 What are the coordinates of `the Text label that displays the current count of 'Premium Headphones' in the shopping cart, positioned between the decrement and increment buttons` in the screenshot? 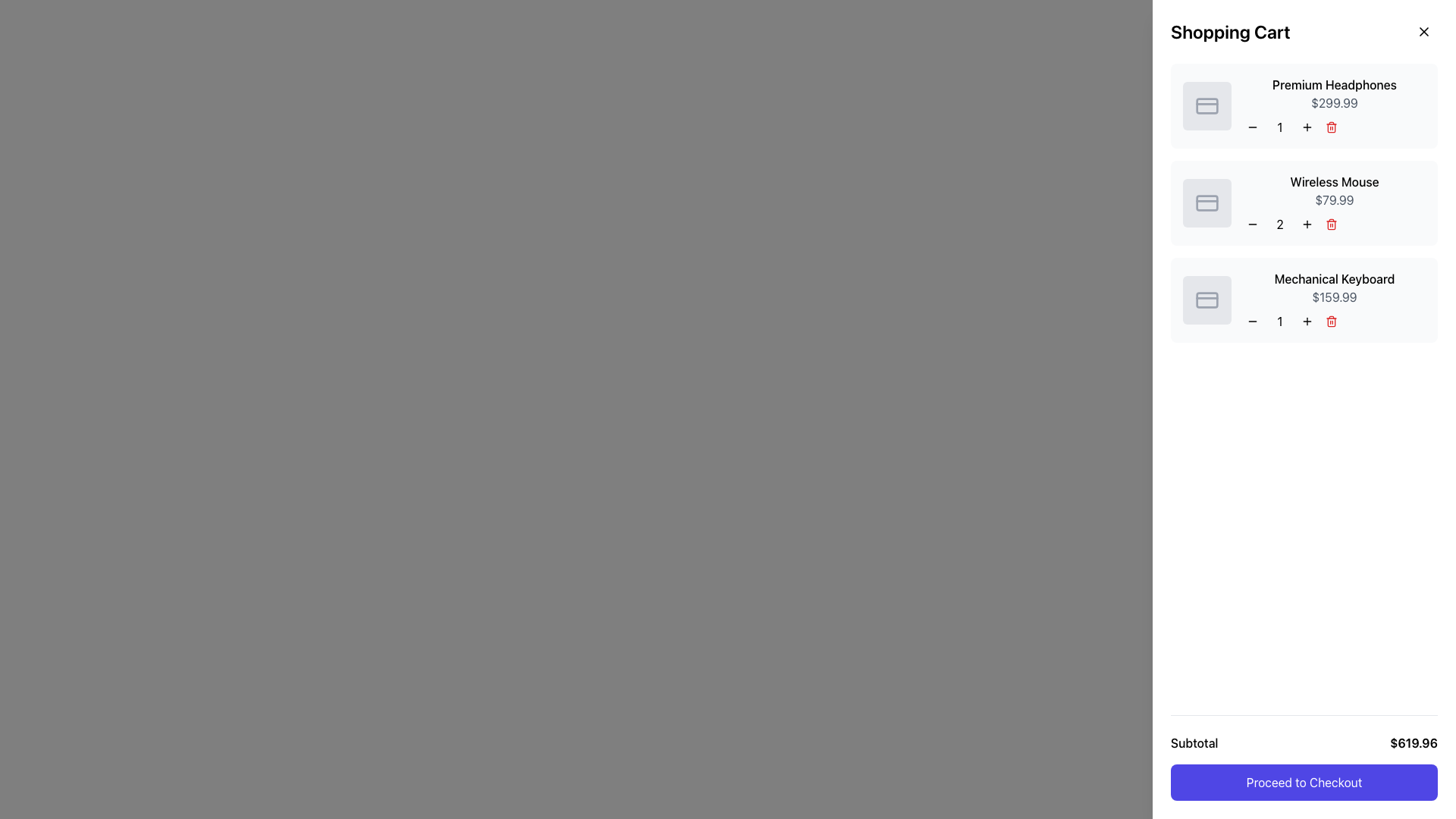 It's located at (1279, 127).